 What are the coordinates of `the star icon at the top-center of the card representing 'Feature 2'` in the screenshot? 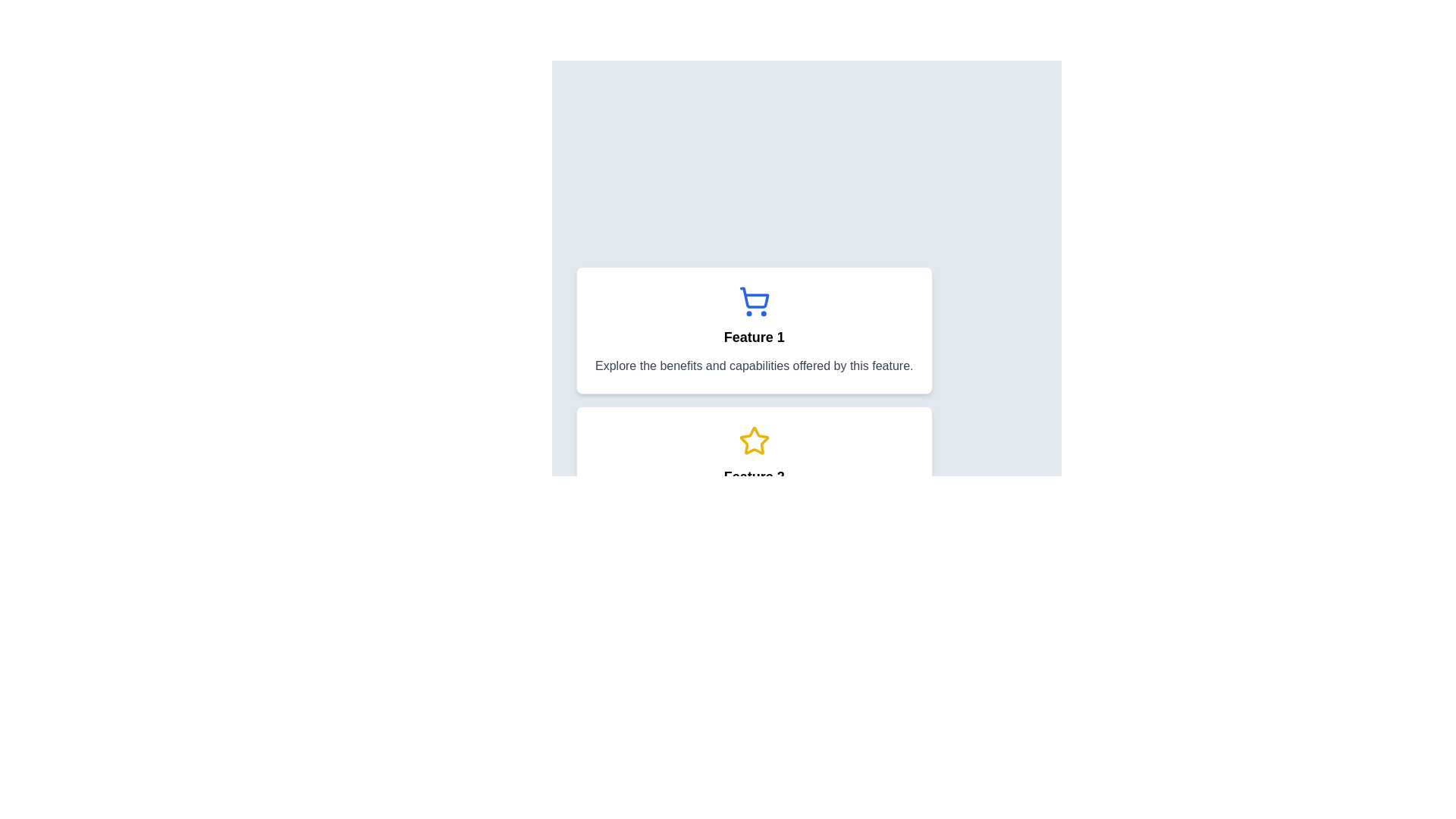 It's located at (754, 441).